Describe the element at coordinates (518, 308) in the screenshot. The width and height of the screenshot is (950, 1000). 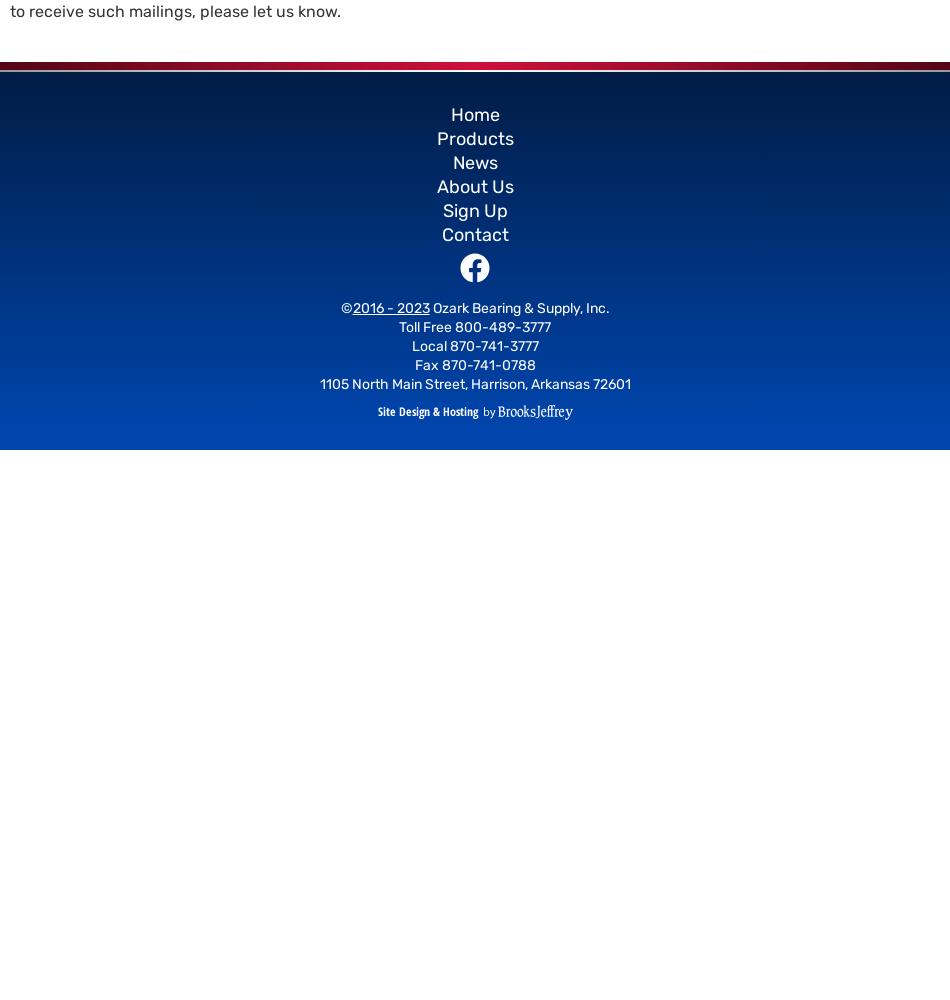
I see `'Ozark Bearing & Supply, Inc.'` at that location.